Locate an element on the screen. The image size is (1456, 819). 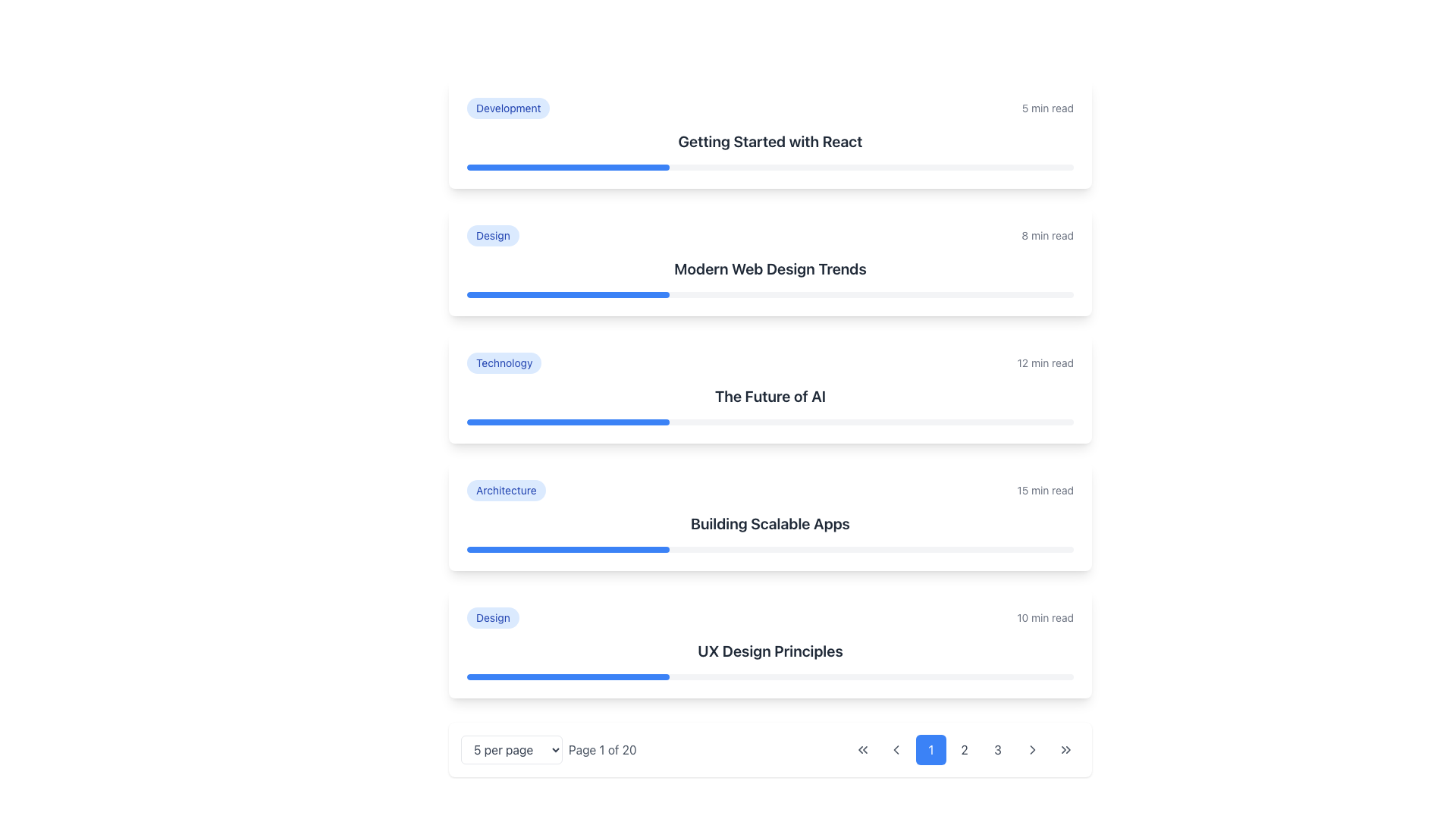
the first informational card in the vertical list to read the information displayed is located at coordinates (770, 133).